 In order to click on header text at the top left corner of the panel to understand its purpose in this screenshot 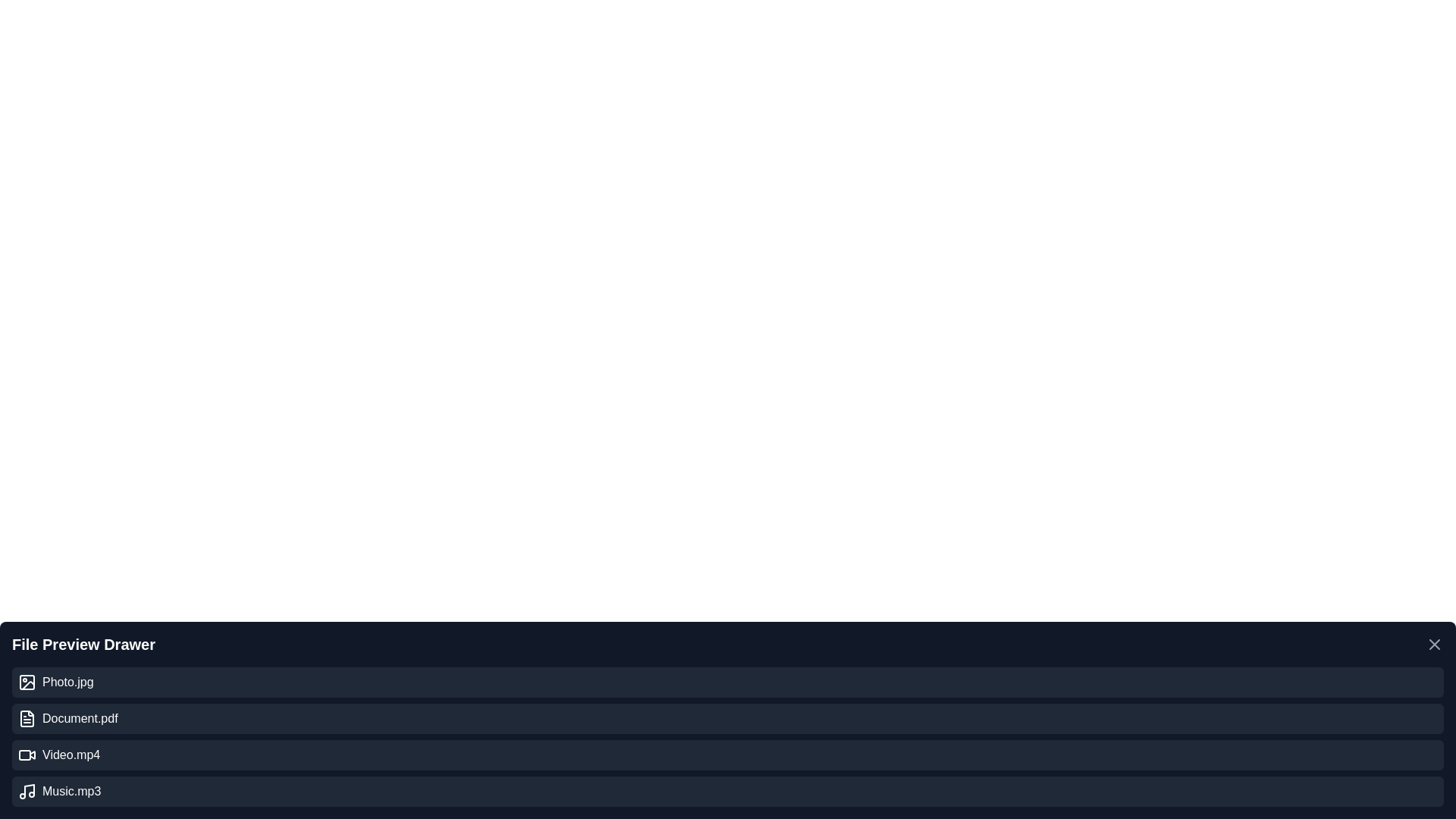, I will do `click(83, 644)`.